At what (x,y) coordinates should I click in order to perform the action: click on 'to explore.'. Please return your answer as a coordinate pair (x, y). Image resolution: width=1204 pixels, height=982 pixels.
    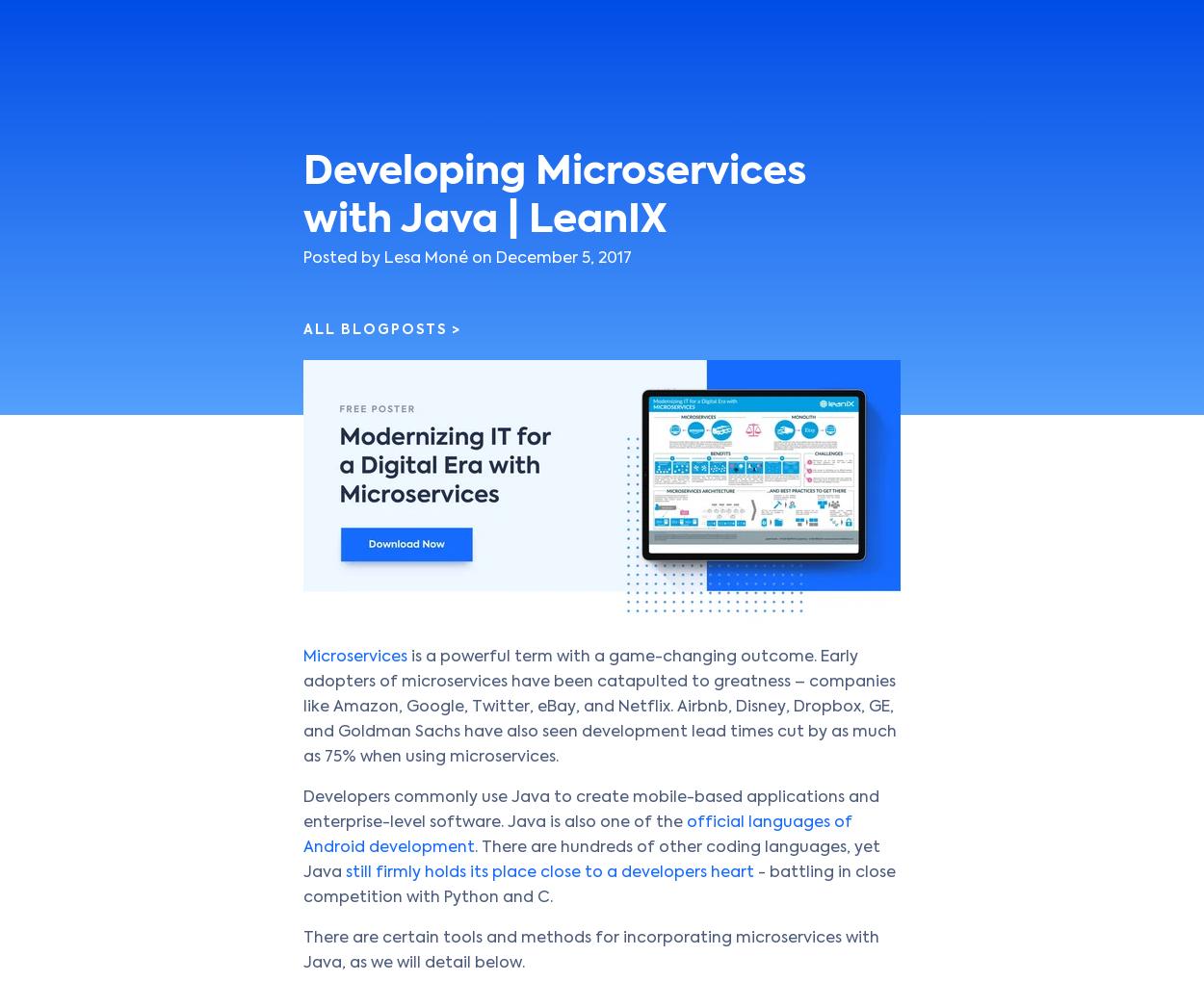
    Looking at the image, I should click on (581, 96).